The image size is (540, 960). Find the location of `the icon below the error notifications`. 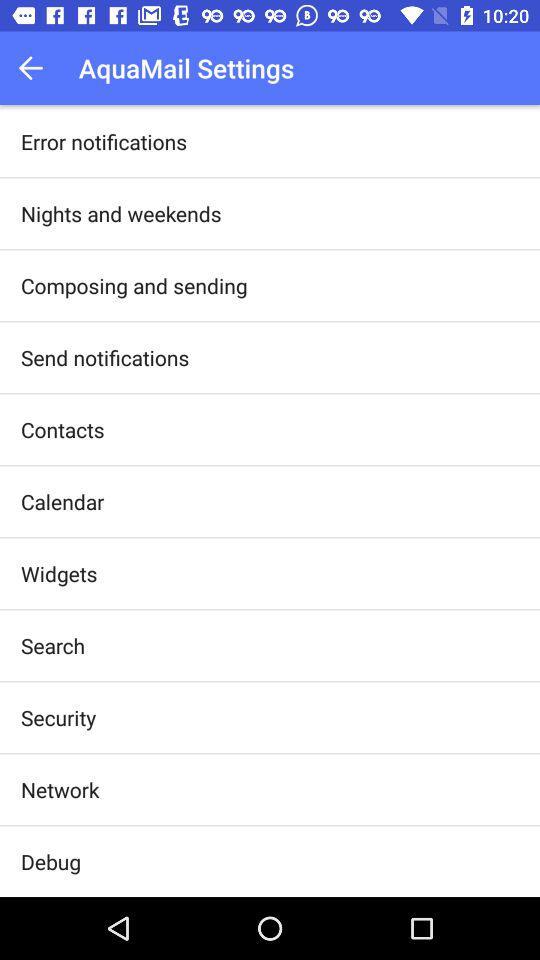

the icon below the error notifications is located at coordinates (121, 213).